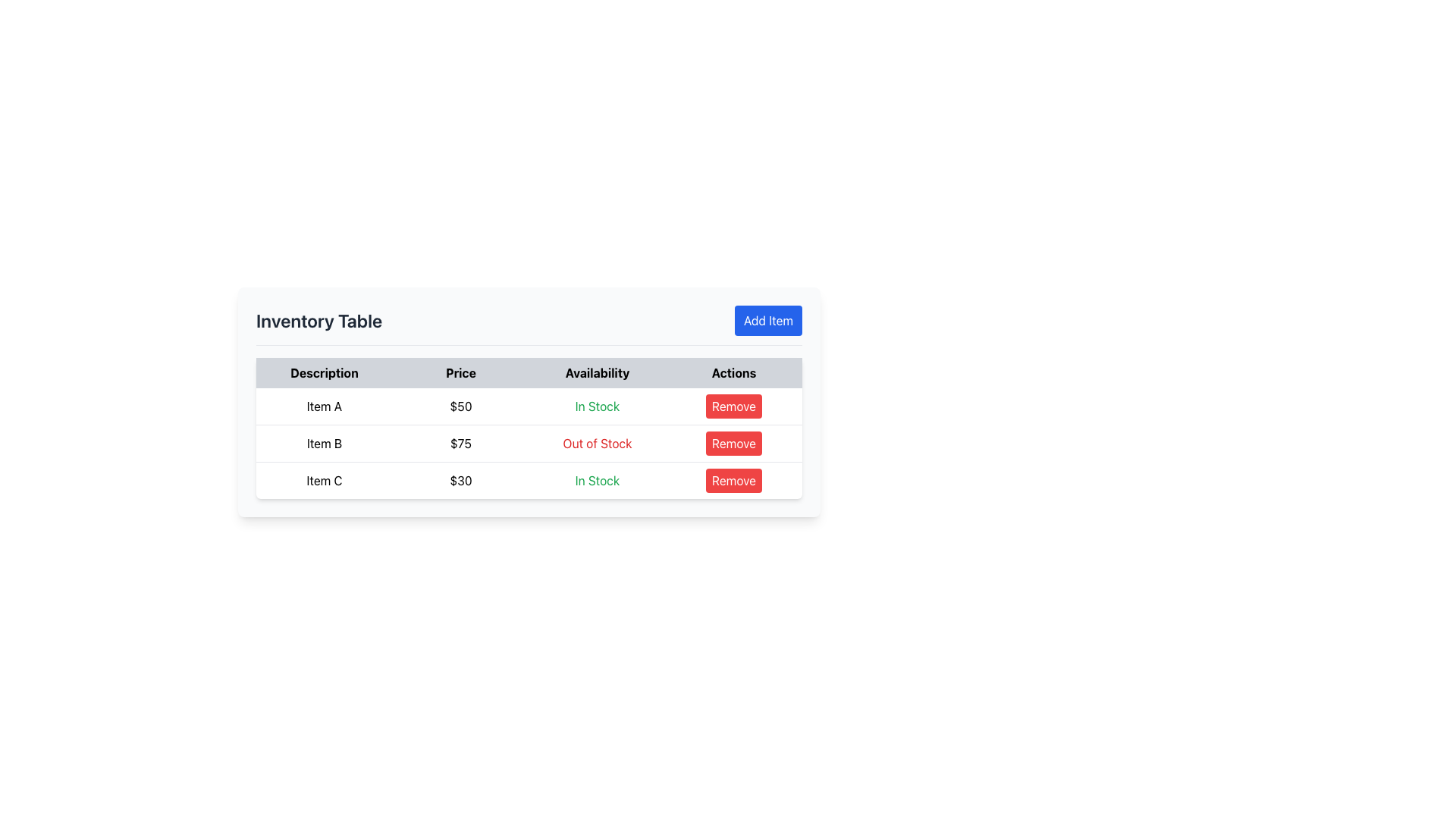 The width and height of the screenshot is (1456, 819). Describe the element at coordinates (768, 320) in the screenshot. I see `the 'Add Item' button located at the top-right corner of the 'Inventory Table' panel to initiate an action` at that location.